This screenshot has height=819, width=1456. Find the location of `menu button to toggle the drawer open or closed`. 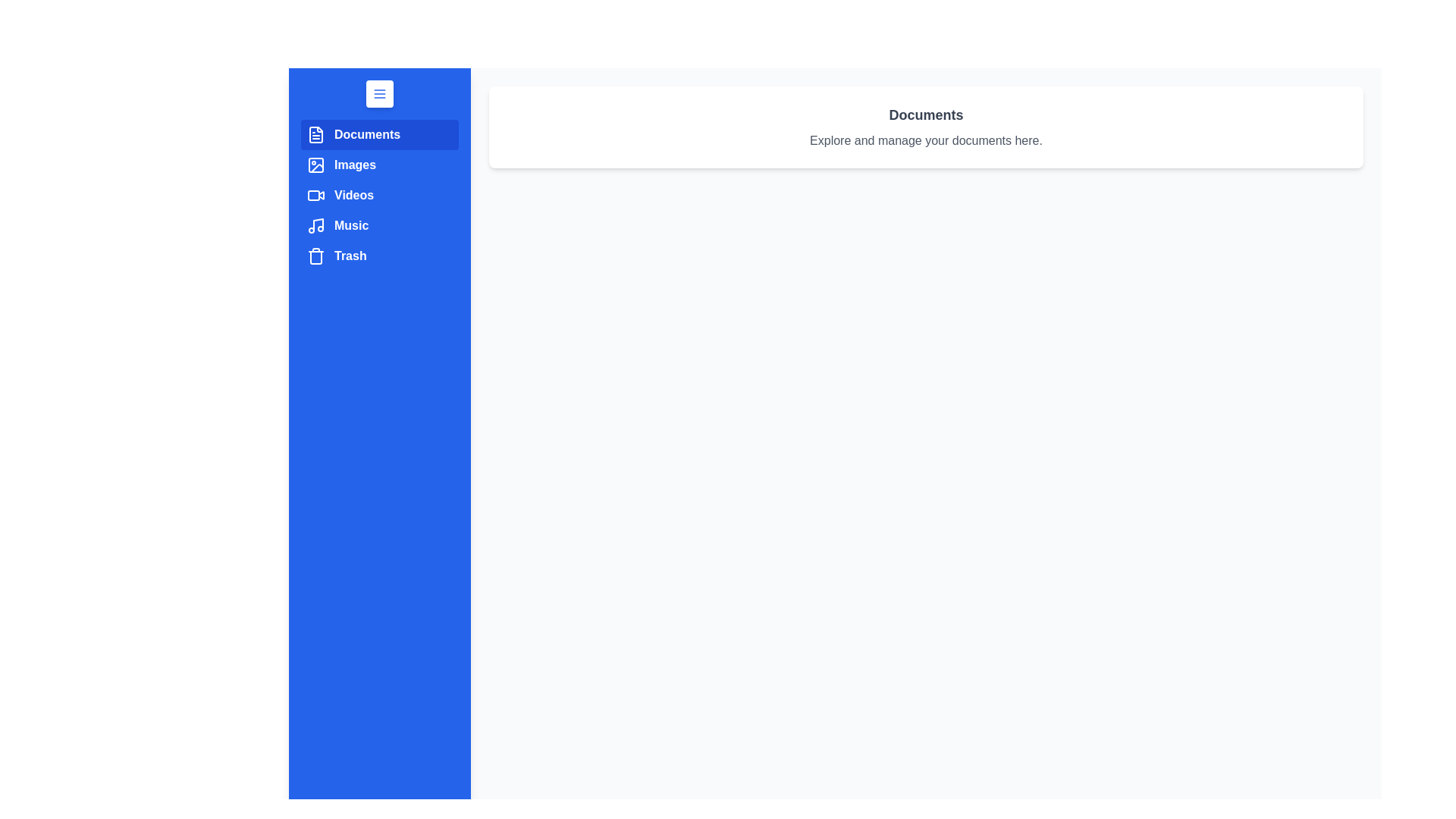

menu button to toggle the drawer open or closed is located at coordinates (379, 93).